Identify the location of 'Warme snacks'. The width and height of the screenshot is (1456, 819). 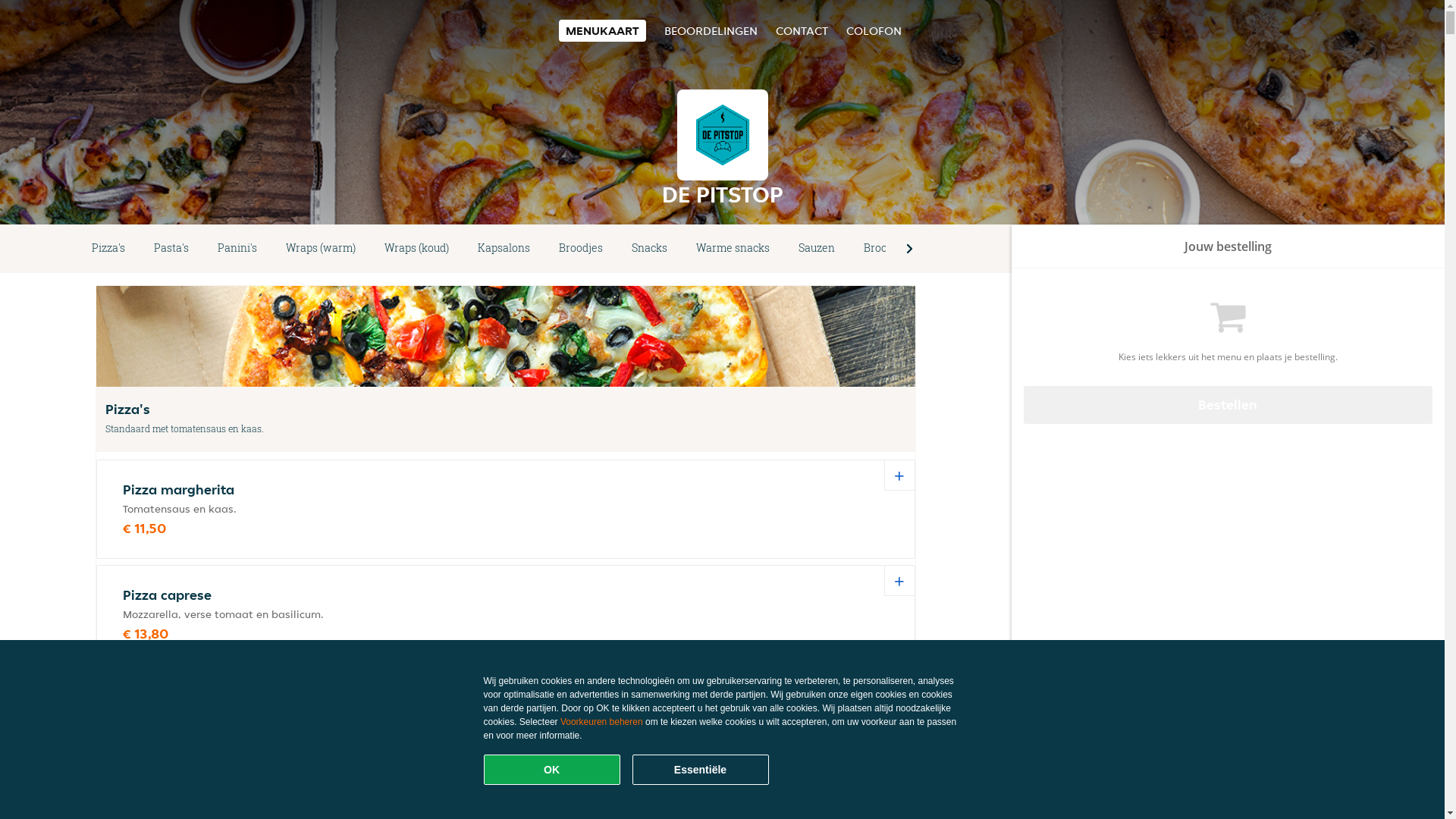
(733, 247).